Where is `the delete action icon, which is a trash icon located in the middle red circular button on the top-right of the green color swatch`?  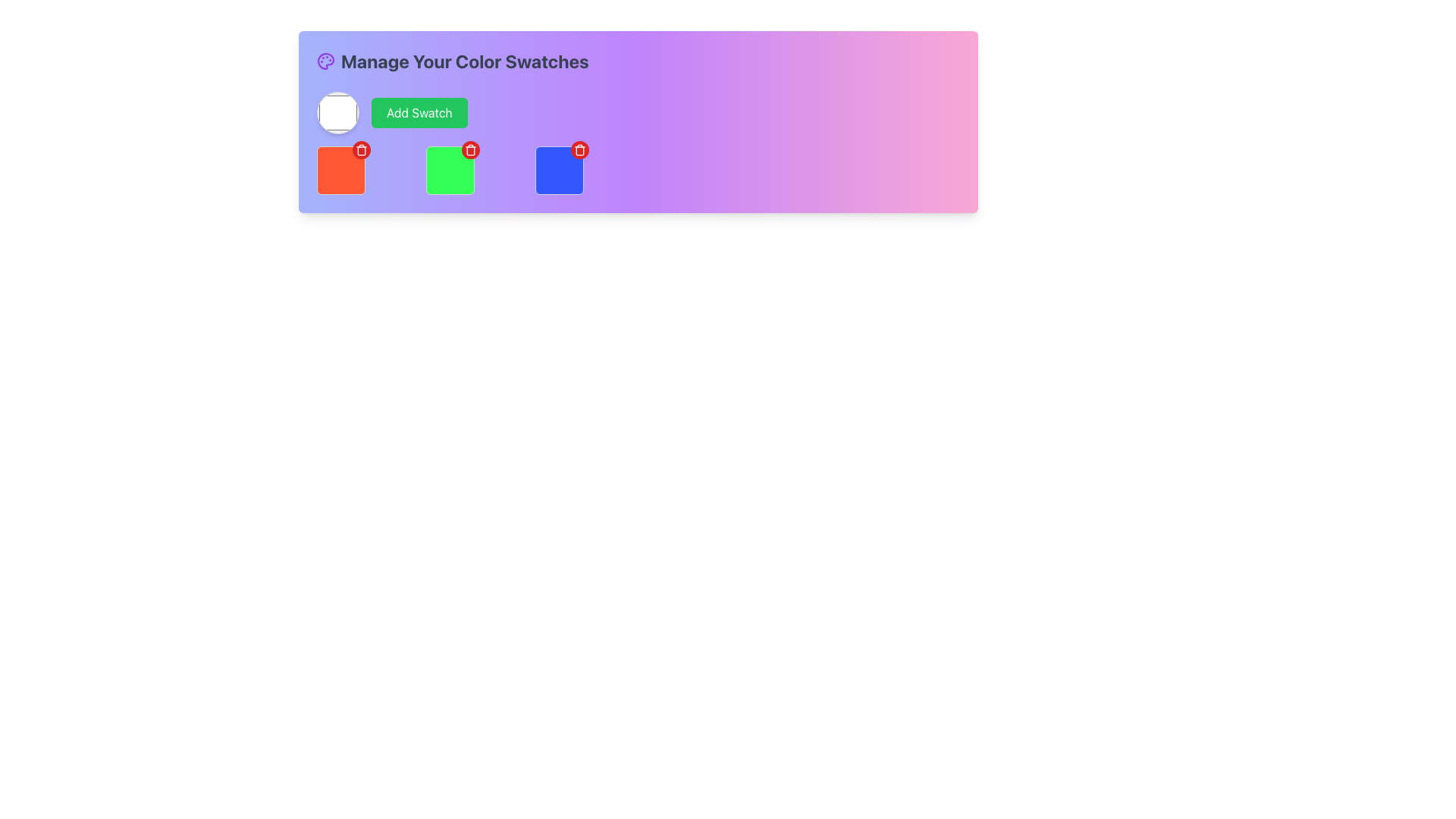 the delete action icon, which is a trash icon located in the middle red circular button on the top-right of the green color swatch is located at coordinates (469, 149).